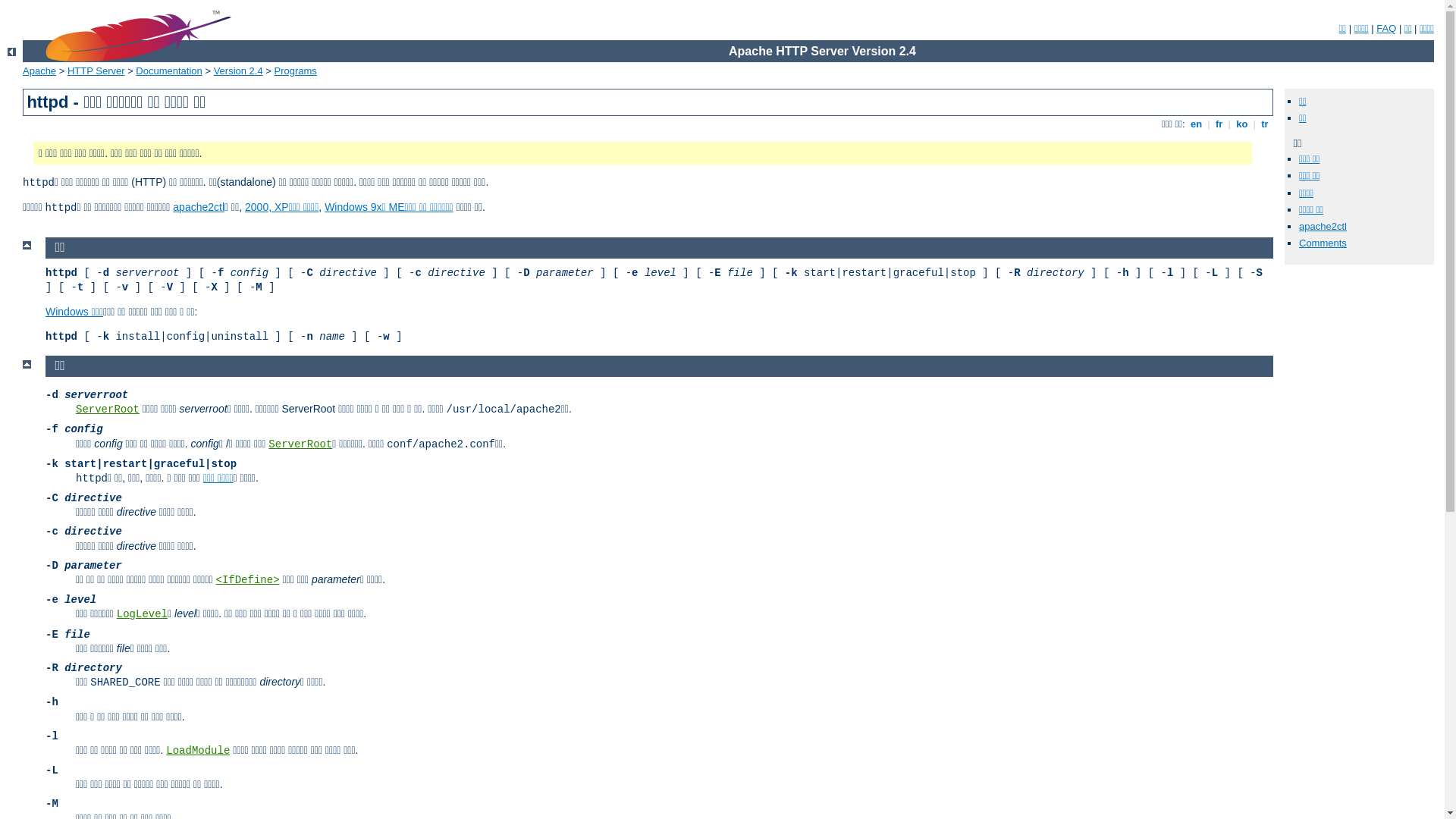  What do you see at coordinates (198, 207) in the screenshot?
I see `'apache2ctl'` at bounding box center [198, 207].